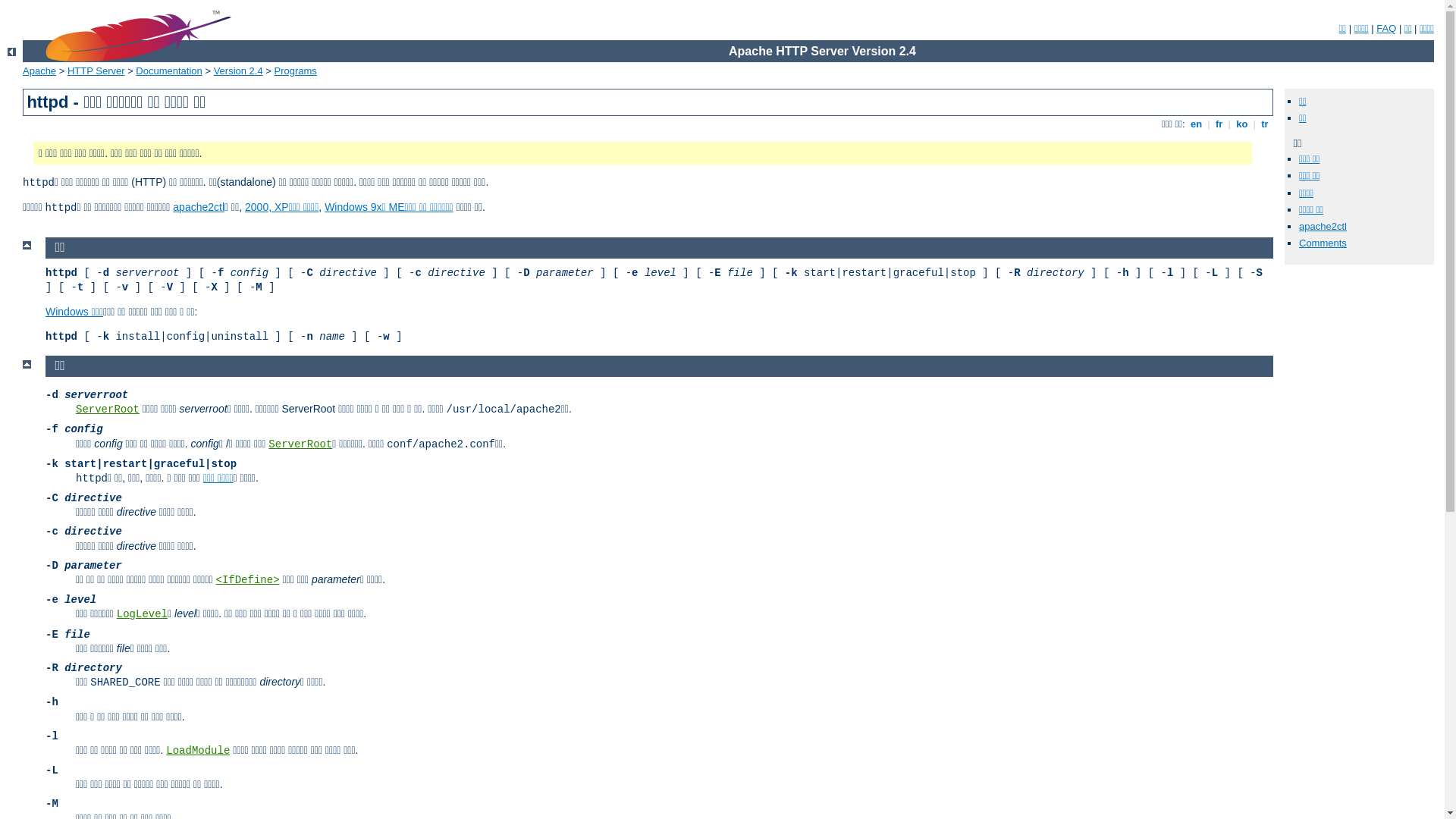  What do you see at coordinates (198, 207) in the screenshot?
I see `'apache2ctl'` at bounding box center [198, 207].